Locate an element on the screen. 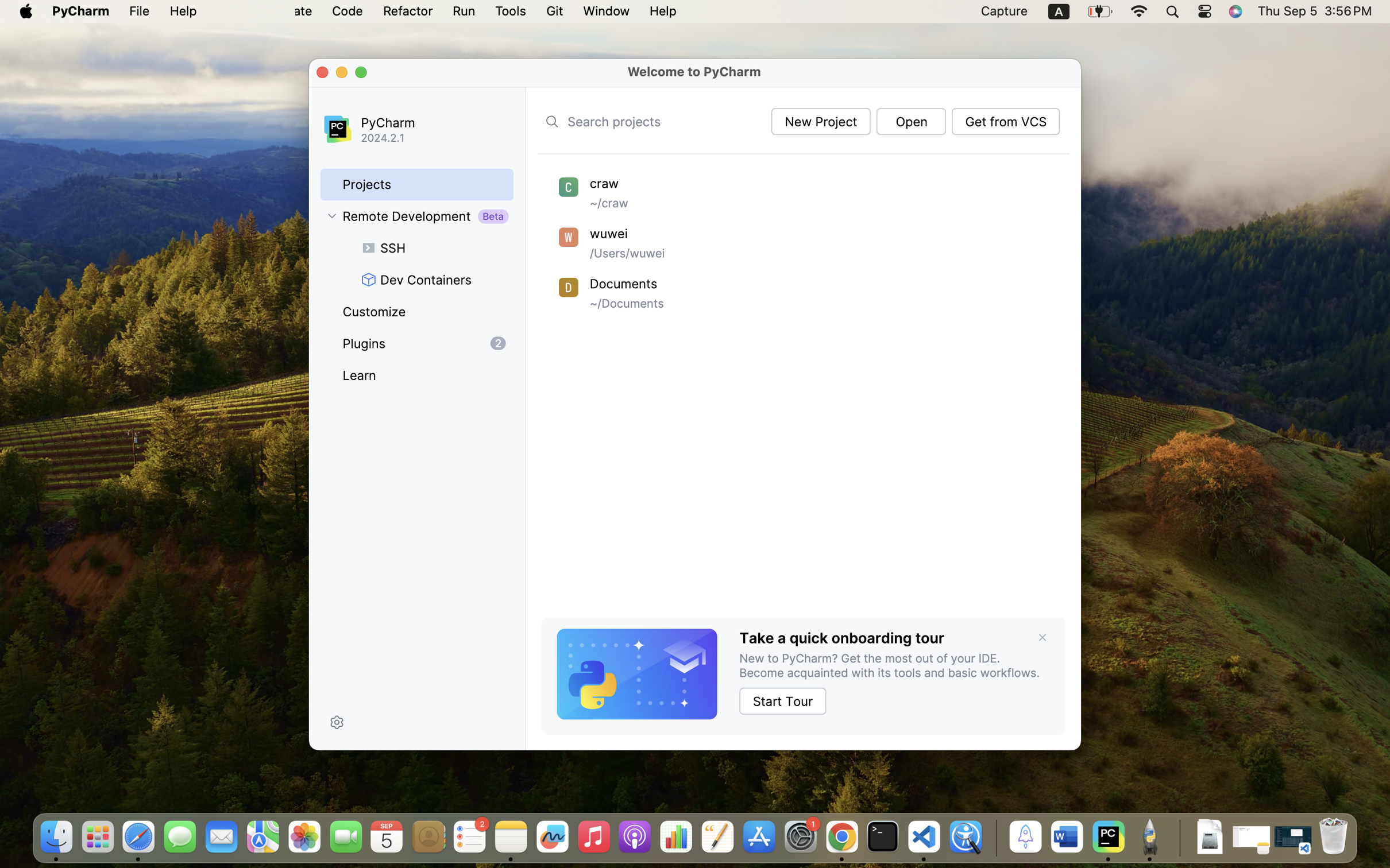 The height and width of the screenshot is (868, 1390). 'PyCharm' is located at coordinates (430, 122).